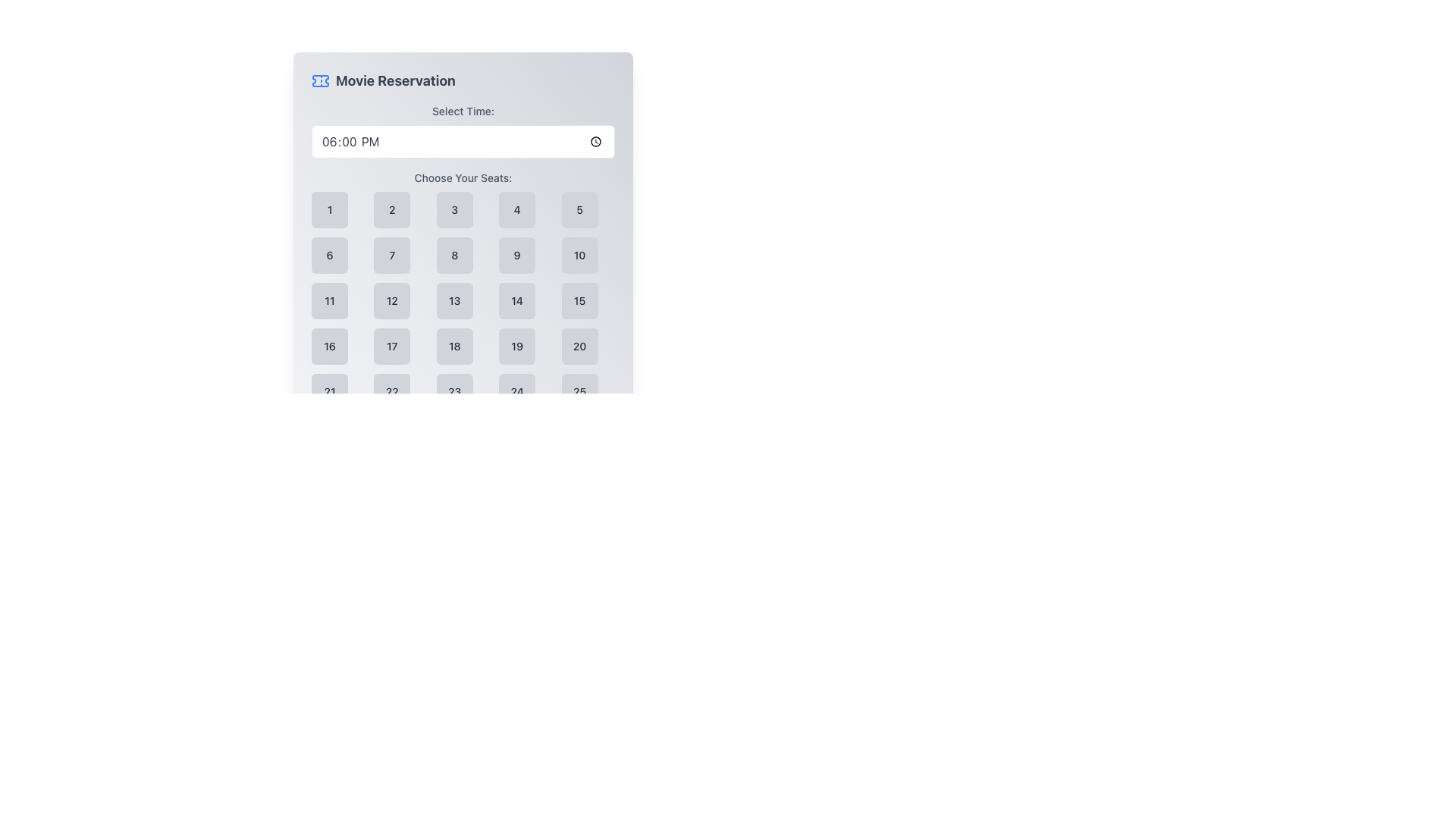  Describe the element at coordinates (579, 254) in the screenshot. I see `the square button with rounded corners displaying the number '10', located` at that location.